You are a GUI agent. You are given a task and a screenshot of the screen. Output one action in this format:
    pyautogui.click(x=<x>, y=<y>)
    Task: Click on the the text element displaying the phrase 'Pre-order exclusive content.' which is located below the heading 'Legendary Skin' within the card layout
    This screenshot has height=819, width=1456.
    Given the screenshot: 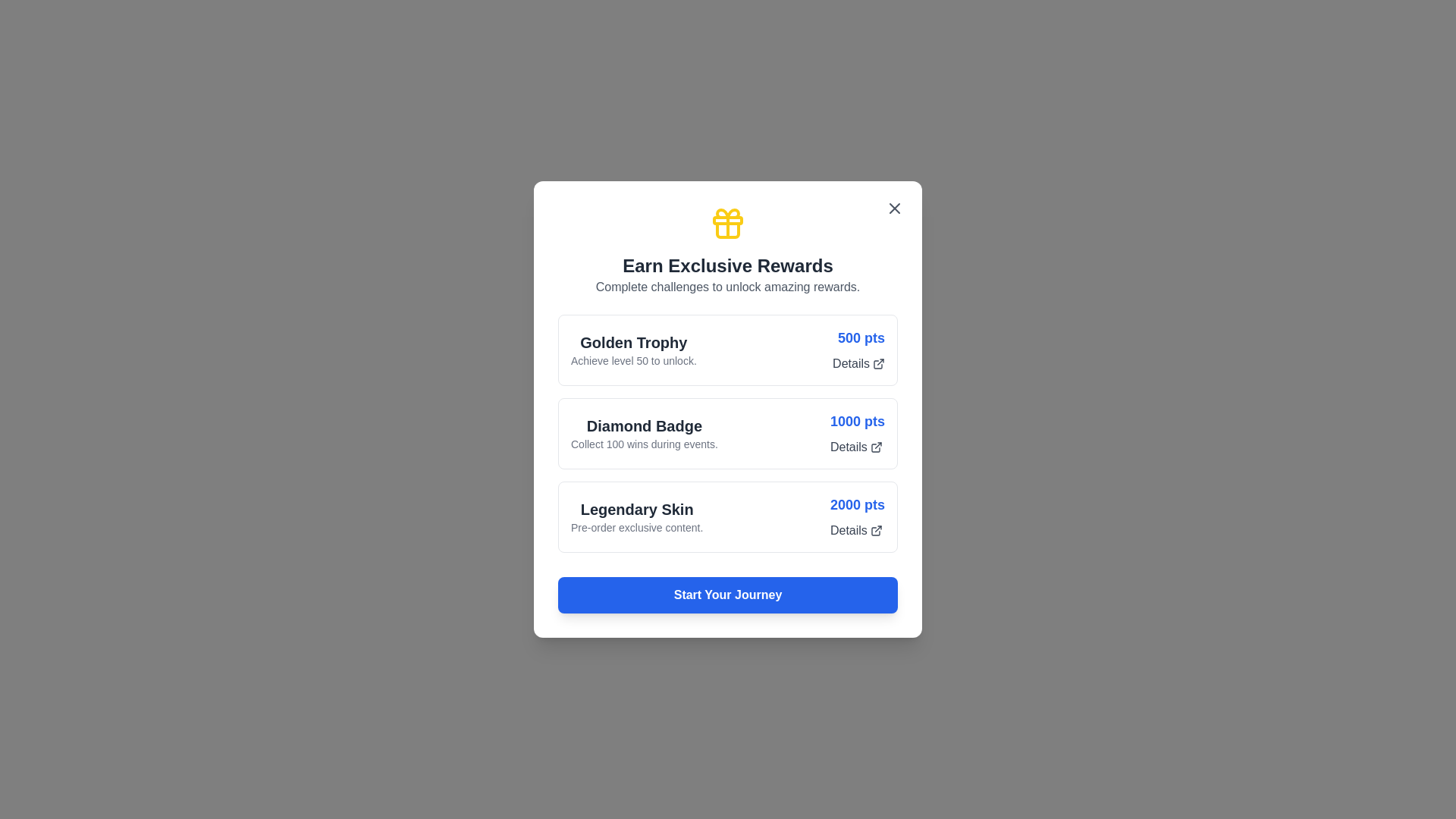 What is the action you would take?
    pyautogui.click(x=637, y=526)
    